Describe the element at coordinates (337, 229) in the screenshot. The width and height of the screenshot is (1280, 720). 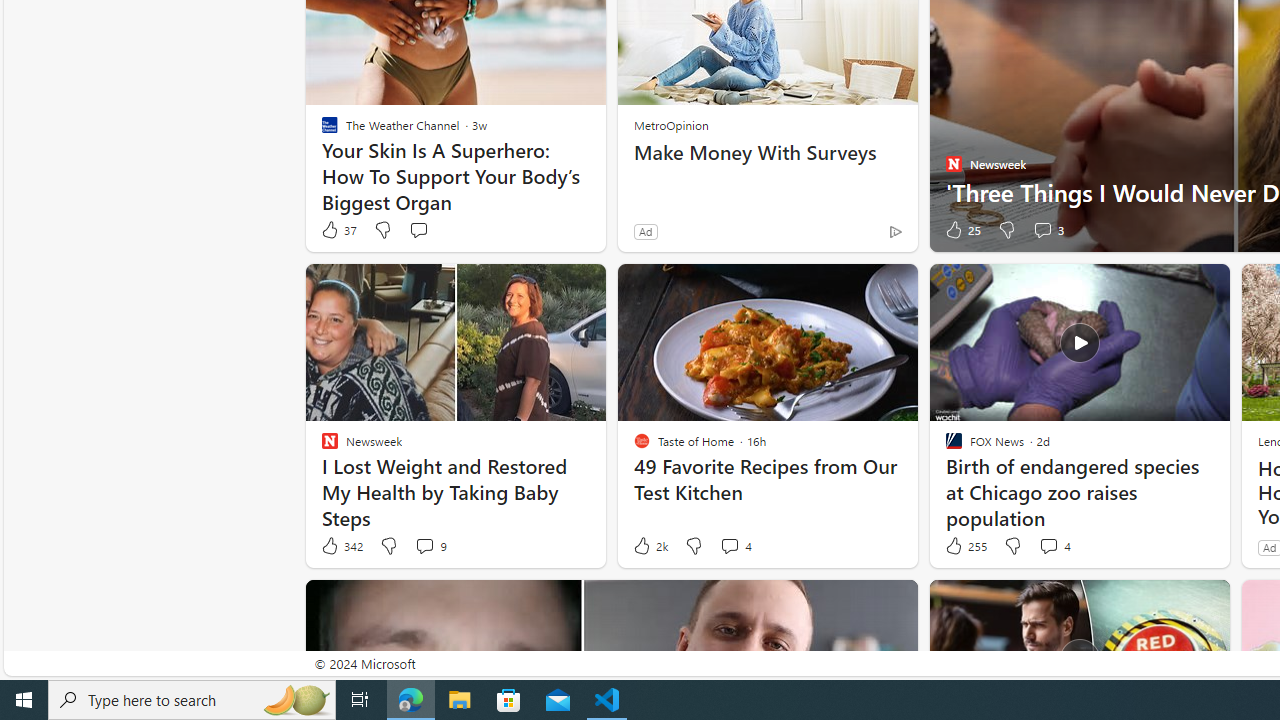
I see `'37 Like'` at that location.